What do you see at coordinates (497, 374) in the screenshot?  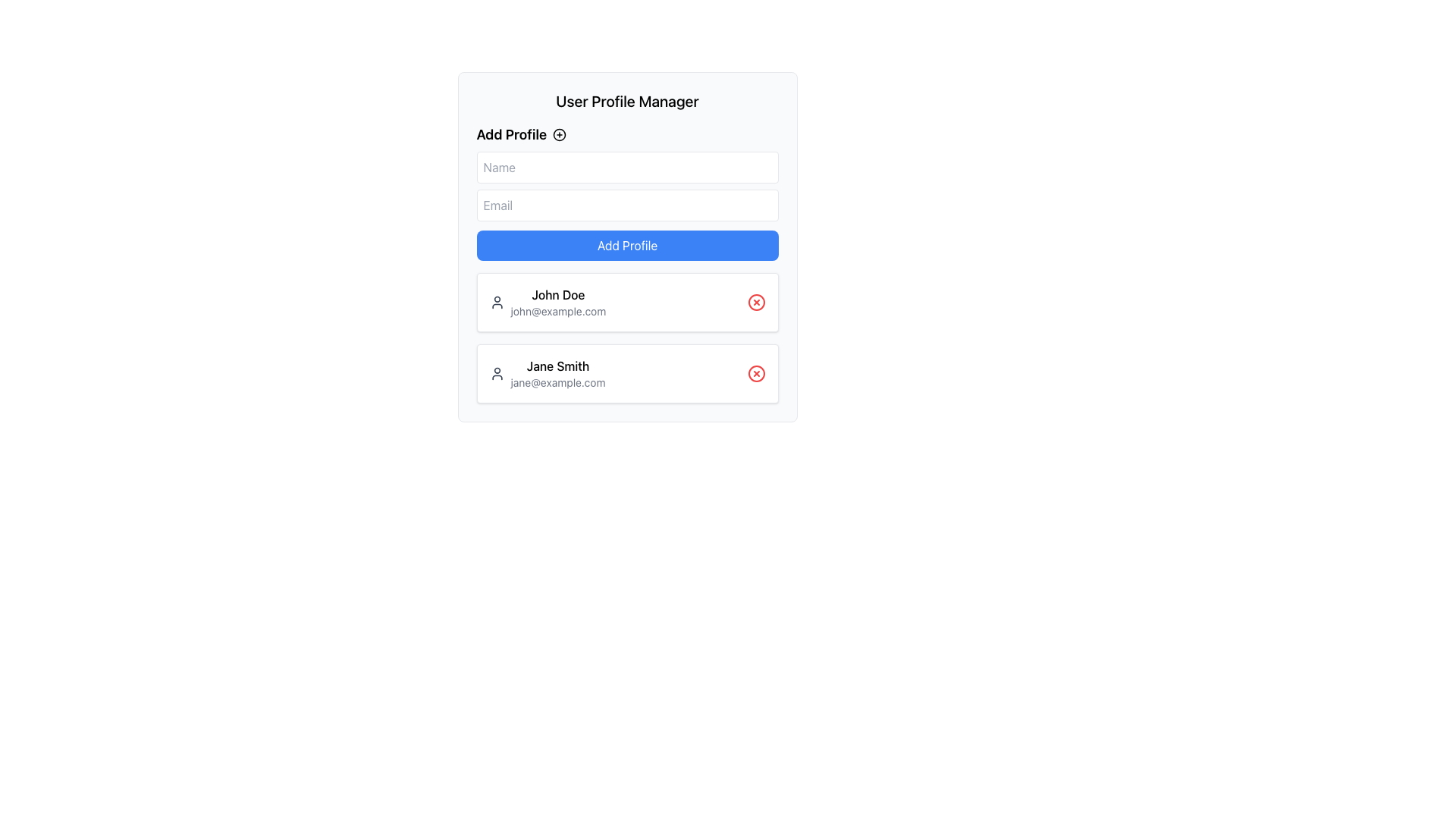 I see `the user profile icon for 'Jane Smith', which is a gray line art styled icon located to the left of the text 'Jane Smith' and 'jane@example.com'` at bounding box center [497, 374].